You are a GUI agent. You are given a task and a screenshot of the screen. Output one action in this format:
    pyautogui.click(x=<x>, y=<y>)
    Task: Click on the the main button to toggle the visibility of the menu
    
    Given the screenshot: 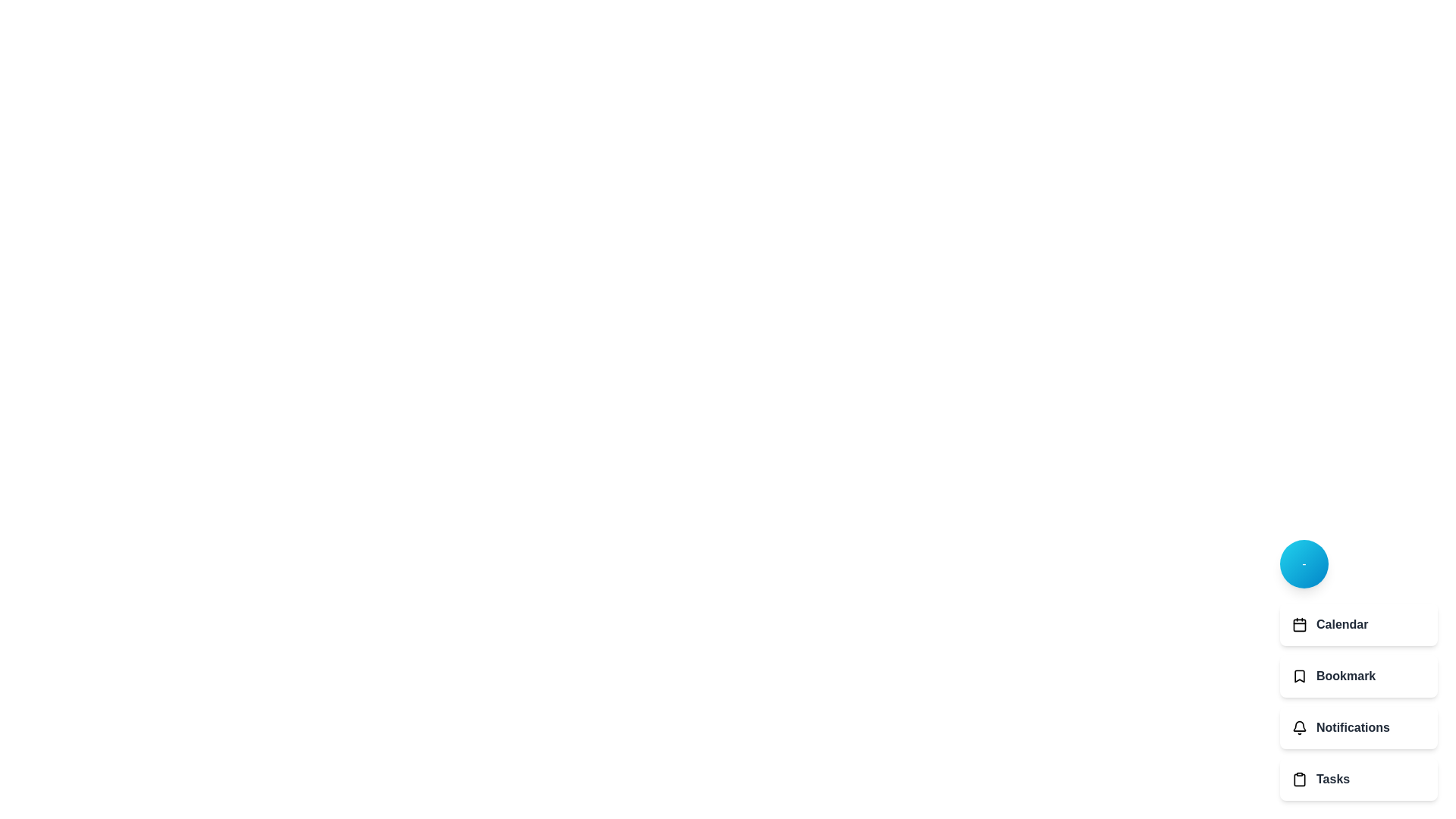 What is the action you would take?
    pyautogui.click(x=1303, y=564)
    